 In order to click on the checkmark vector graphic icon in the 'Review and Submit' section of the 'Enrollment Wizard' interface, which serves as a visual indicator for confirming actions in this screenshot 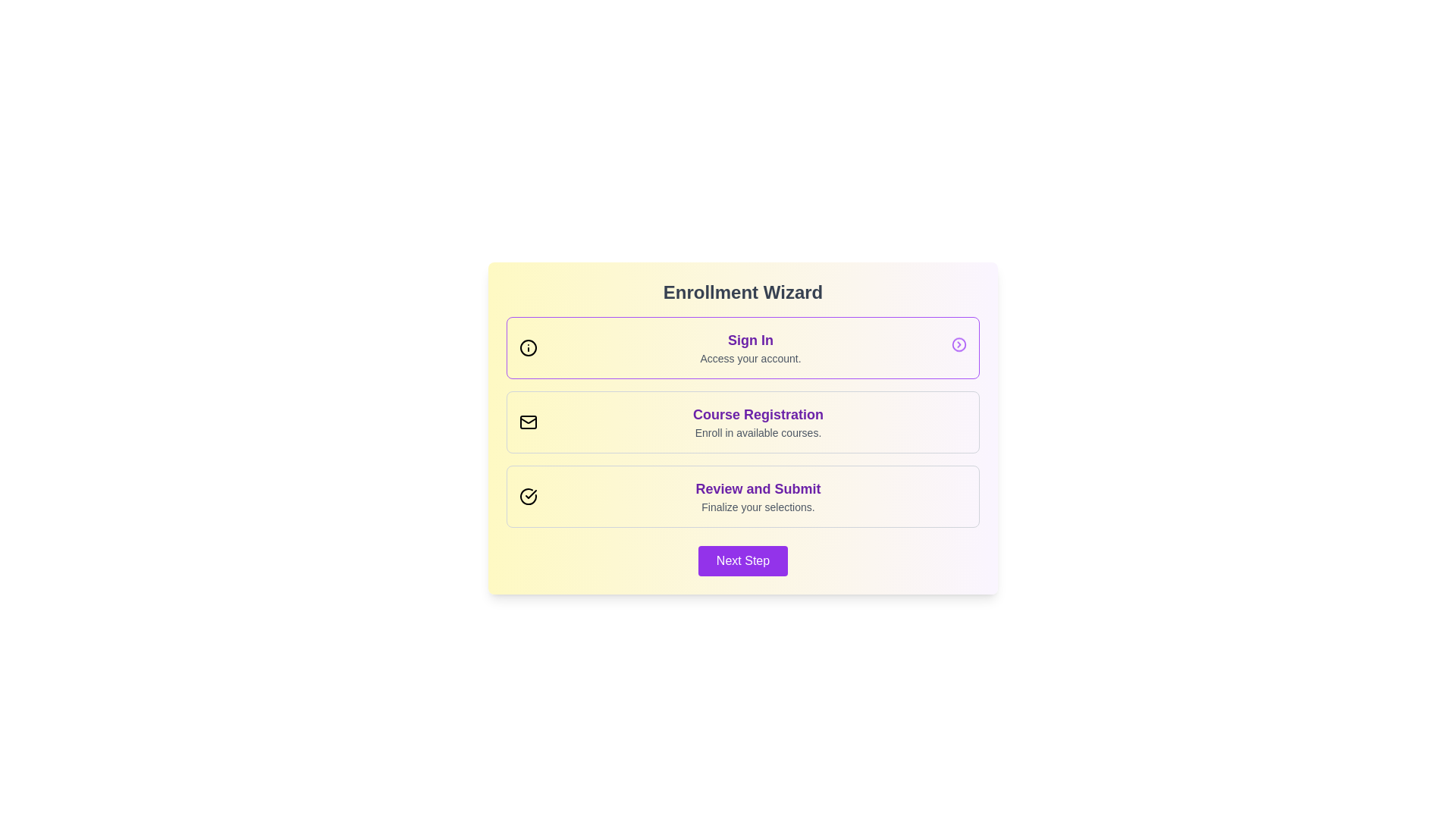, I will do `click(531, 494)`.